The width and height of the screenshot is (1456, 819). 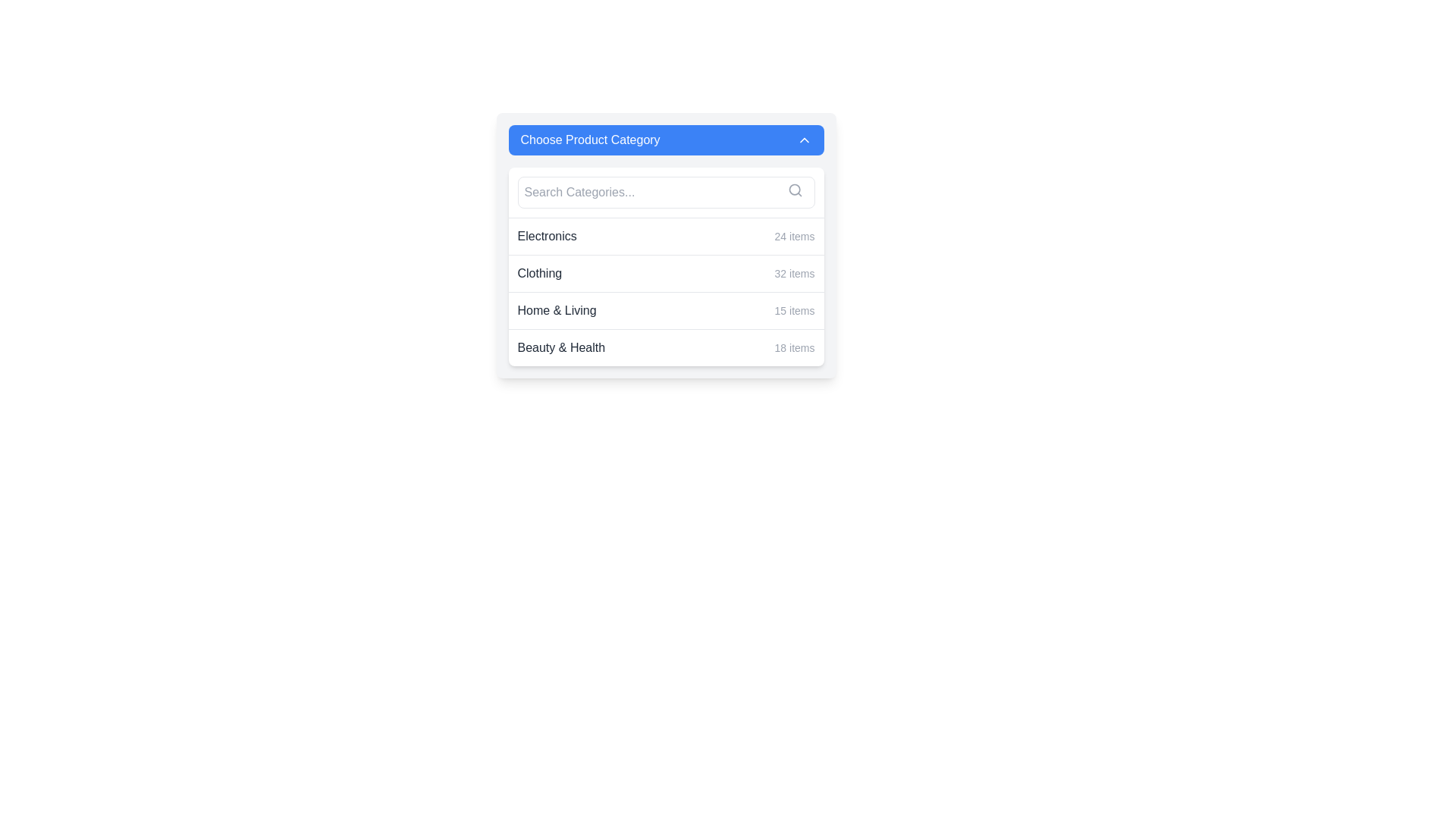 What do you see at coordinates (794, 237) in the screenshot?
I see `the label displaying '24 items' which is located next to the 'Electronics' label, situated within the Electronics list item` at bounding box center [794, 237].